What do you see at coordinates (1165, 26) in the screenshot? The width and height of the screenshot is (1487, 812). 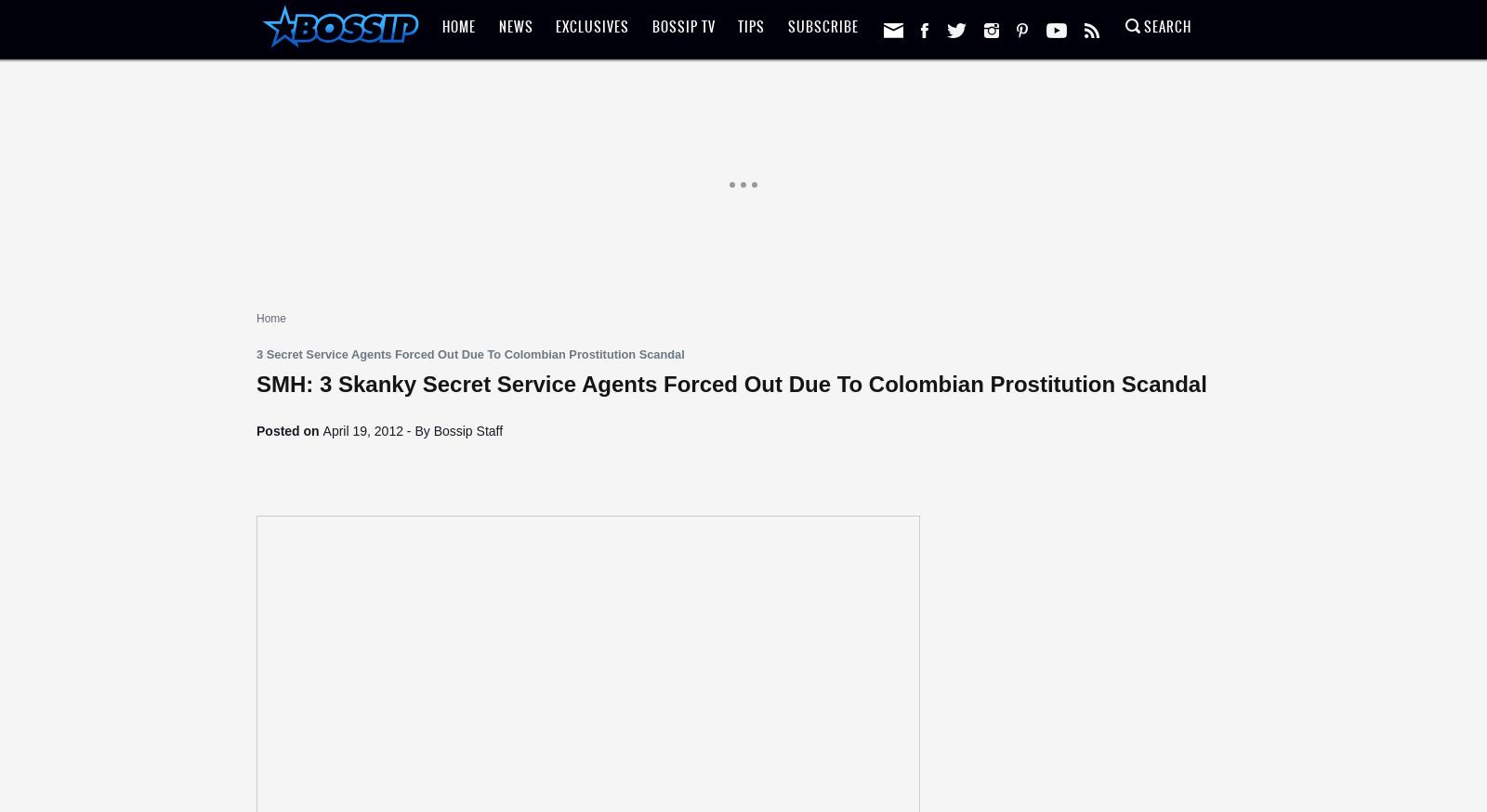 I see `'Search'` at bounding box center [1165, 26].